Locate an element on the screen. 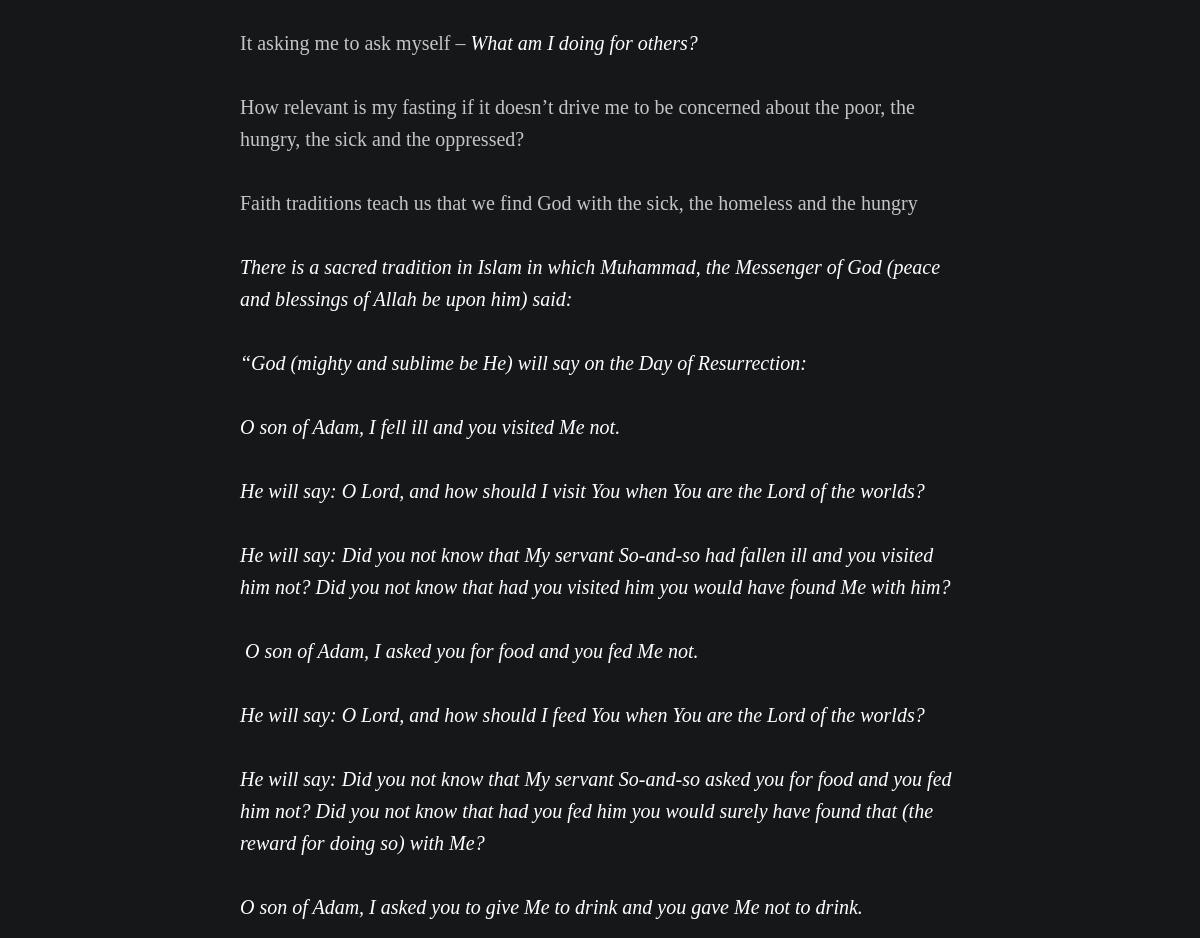  'O son of Adam, I asked you to give Me to drink and you gave Me not to drink.' is located at coordinates (550, 906).